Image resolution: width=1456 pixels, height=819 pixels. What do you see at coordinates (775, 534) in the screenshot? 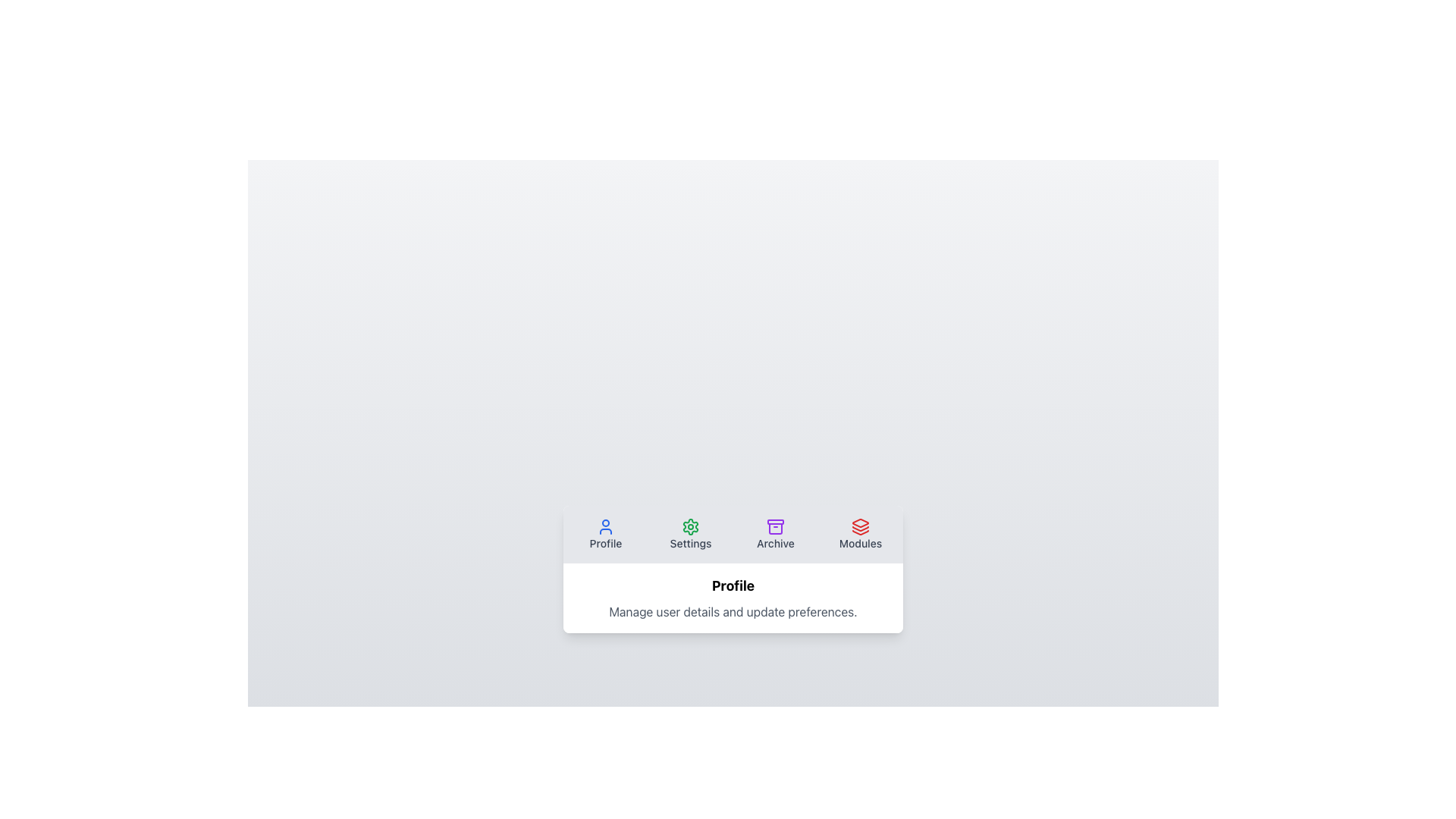
I see `the 'Archive' UI element, which contains an archive icon and the label 'Archive'` at bounding box center [775, 534].